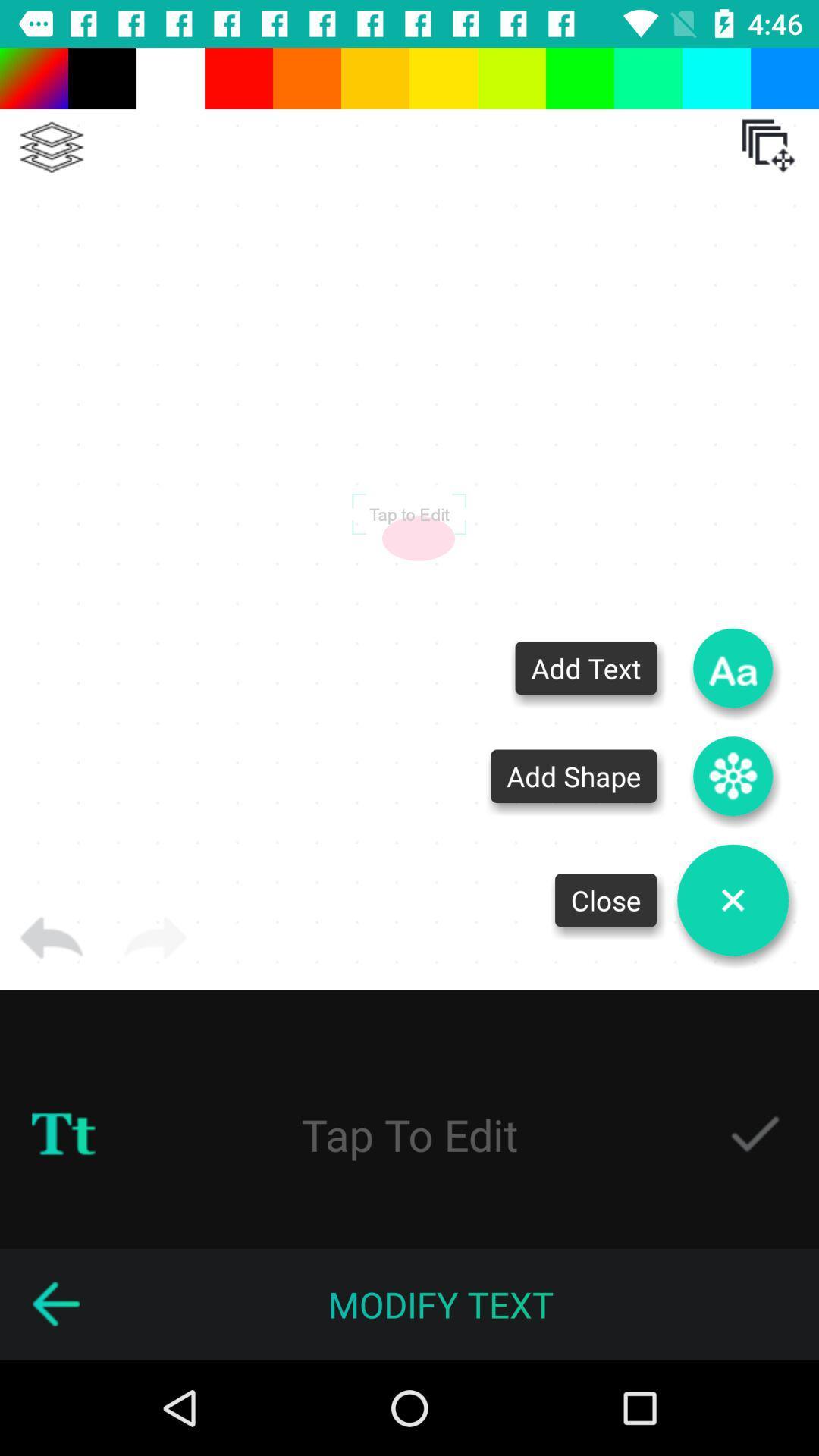  What do you see at coordinates (733, 667) in the screenshot?
I see `the add text icon` at bounding box center [733, 667].